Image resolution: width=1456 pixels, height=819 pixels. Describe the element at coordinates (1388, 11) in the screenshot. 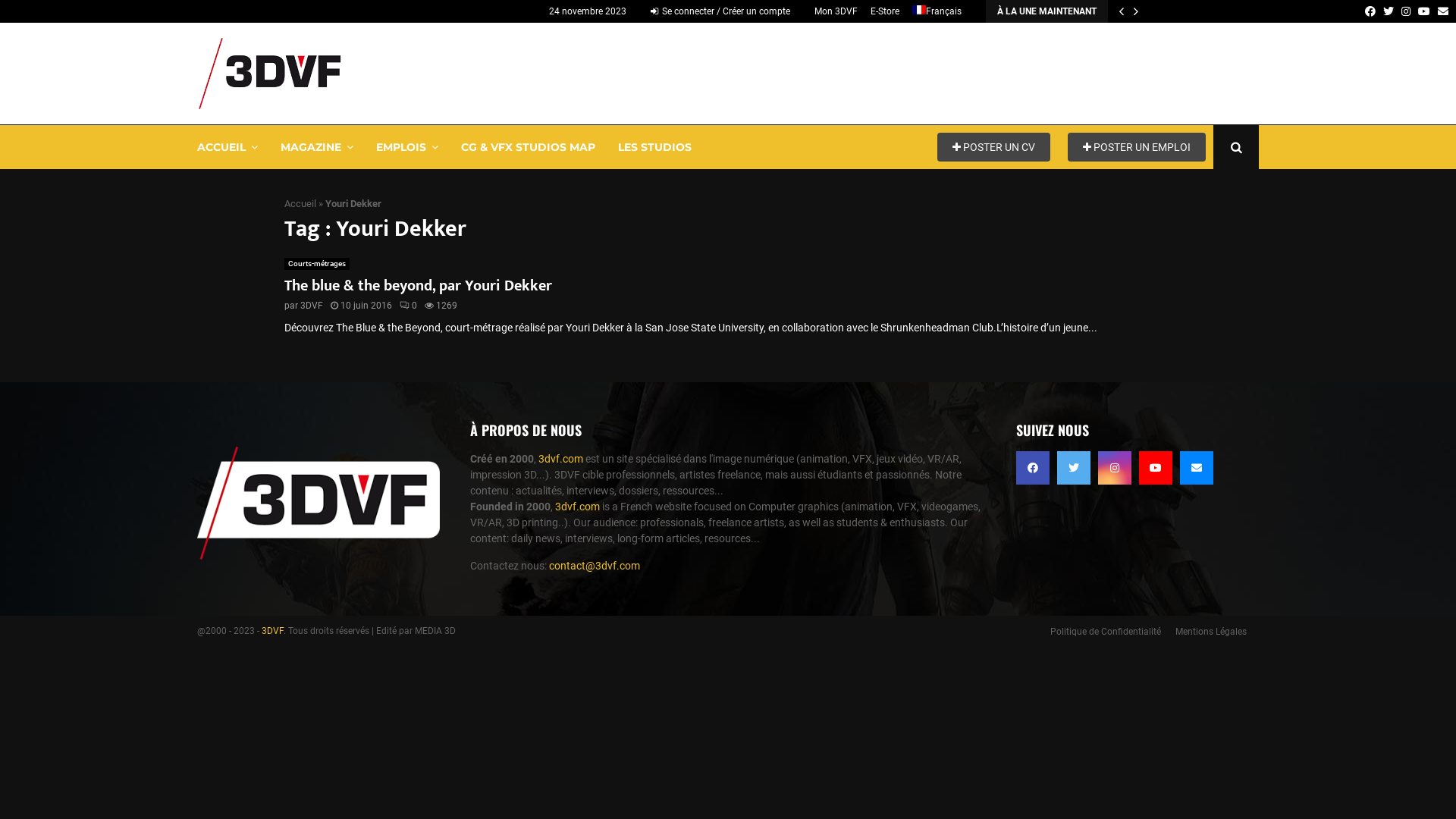

I see `'Twitter'` at that location.